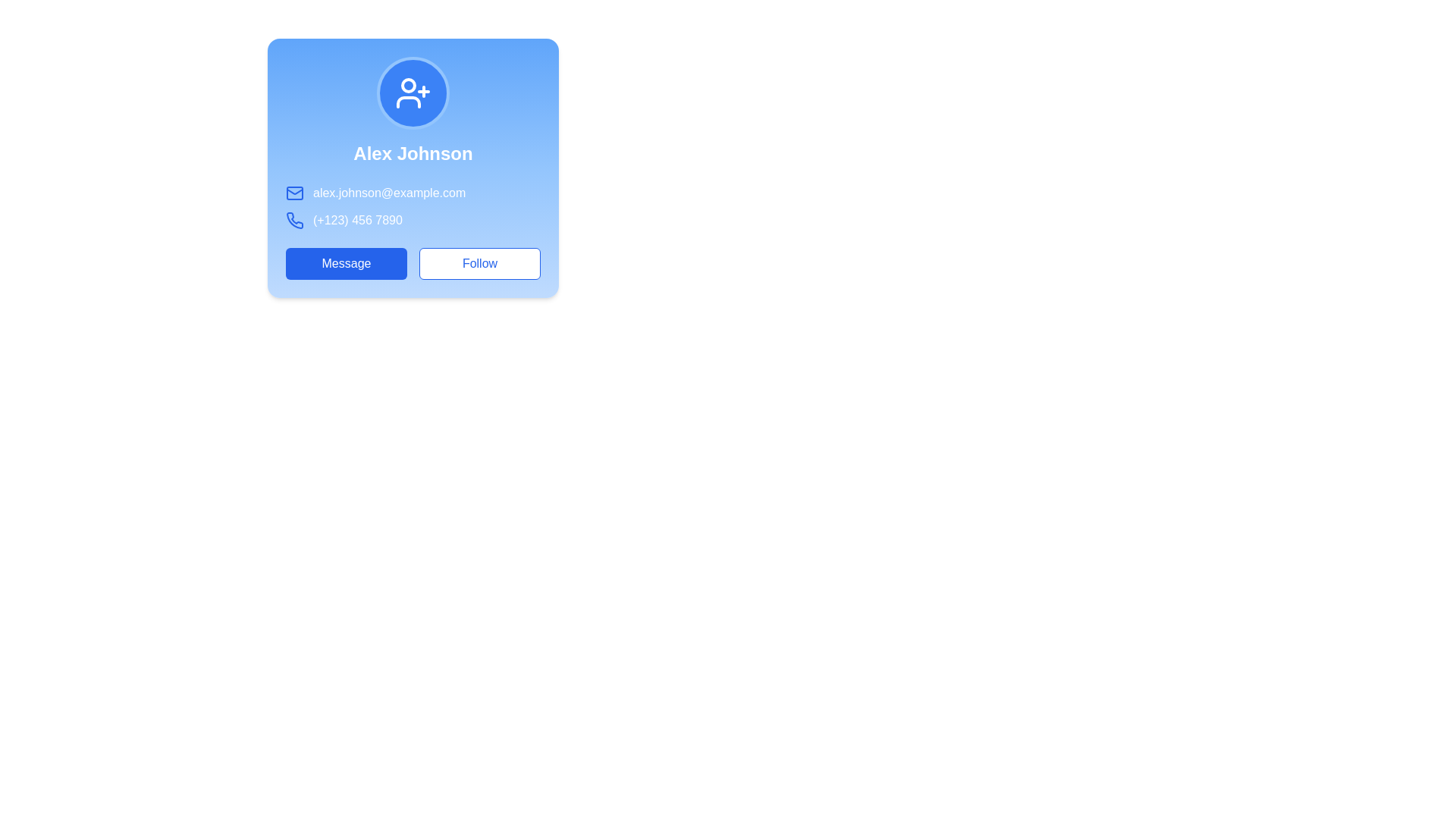 The width and height of the screenshot is (1456, 819). What do you see at coordinates (413, 93) in the screenshot?
I see `the user profile icon located above the name 'Alex Johnson' in the upper section of the card layout, which symbolizes user profile actions` at bounding box center [413, 93].